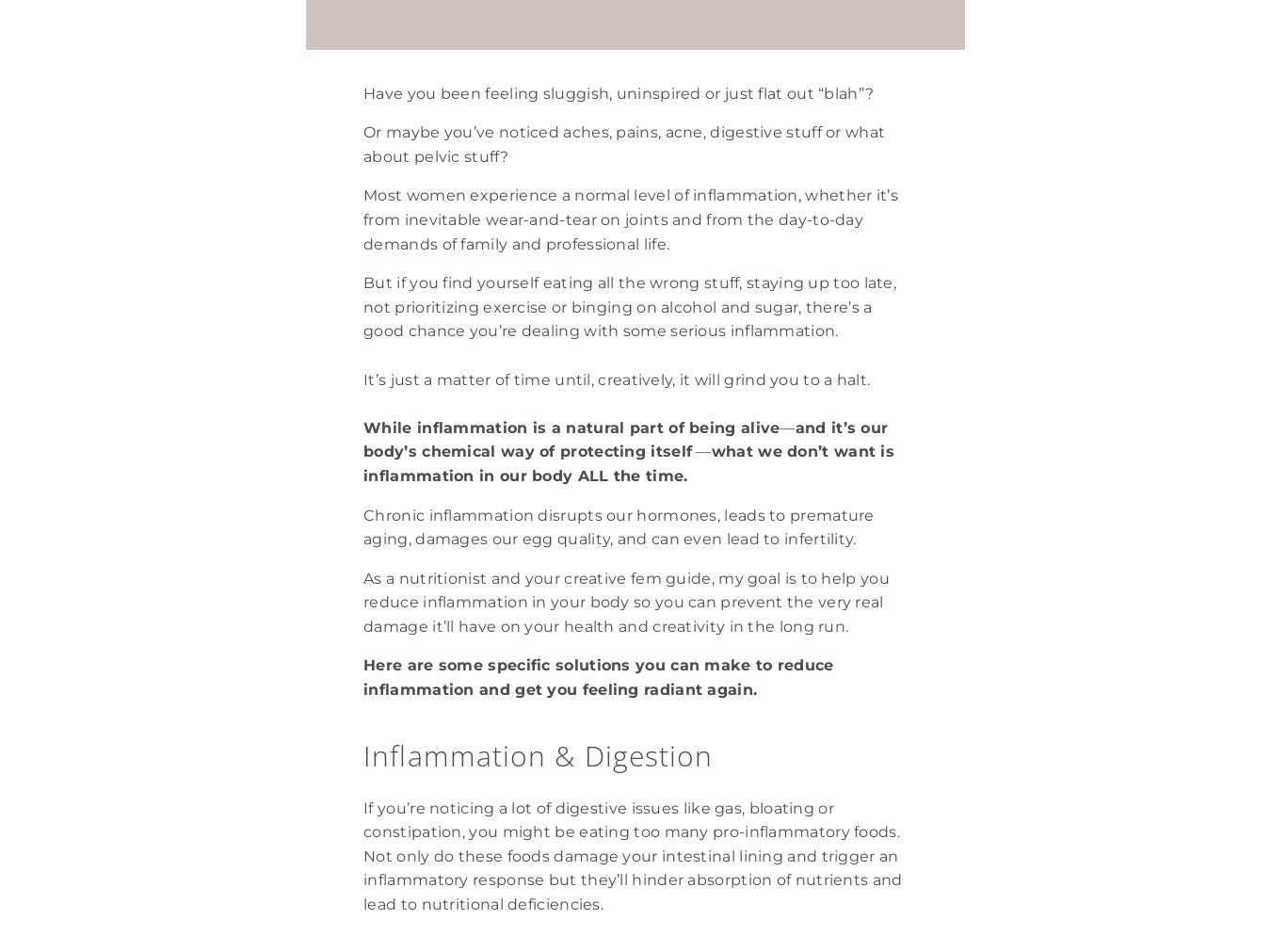  Describe the element at coordinates (631, 307) in the screenshot. I see `'But if you find yourself eating all the wrong stuff, staying up too late, not prioritizing exercise or binging on alcohol and sugar, there’s a good chance you’re dealing with some serious inflammation.'` at that location.